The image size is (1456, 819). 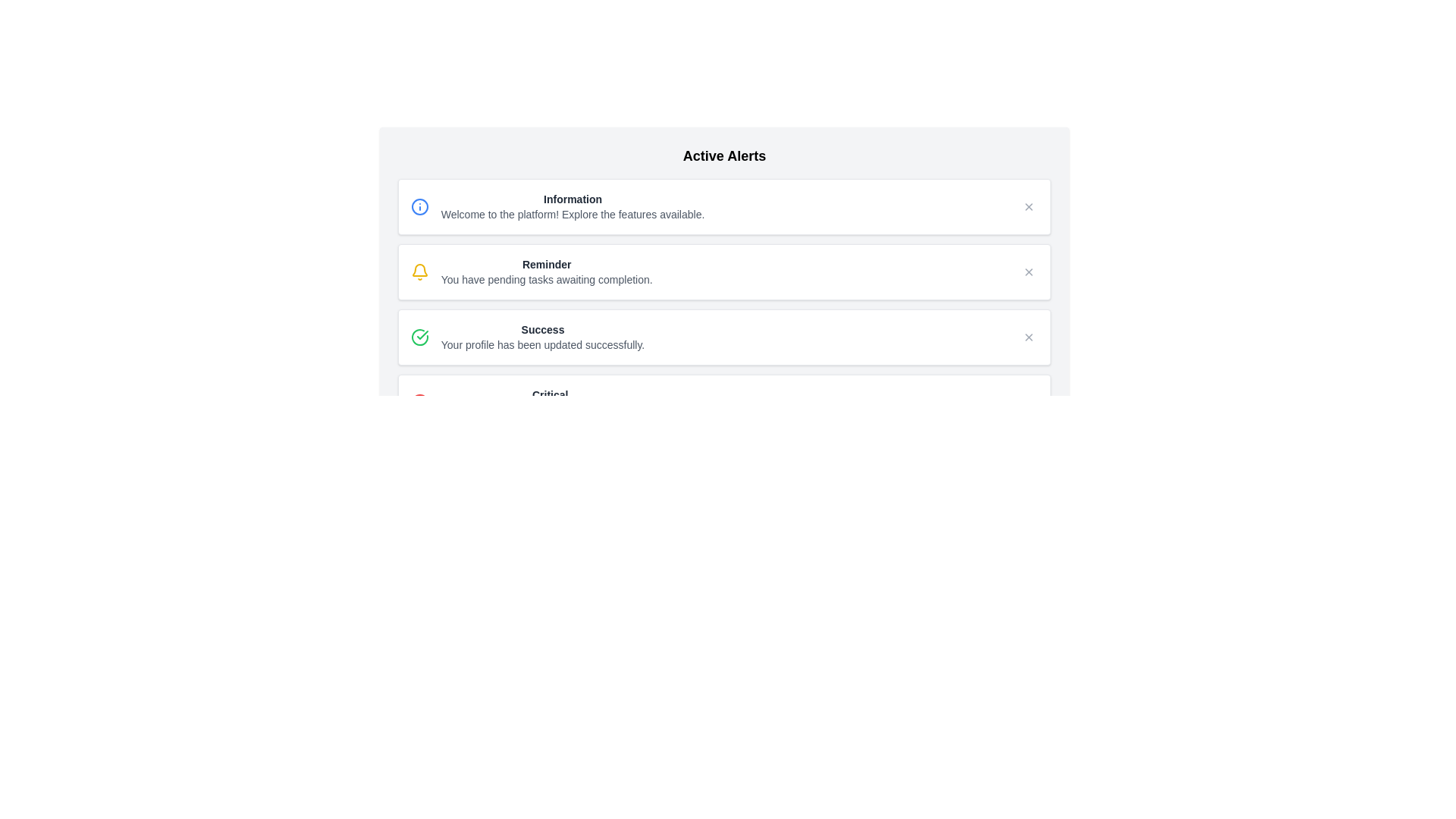 I want to click on the green circular success icon located within the notification labeled 'Success' in a list of alerts, positioned to the left of the text description, so click(x=422, y=334).